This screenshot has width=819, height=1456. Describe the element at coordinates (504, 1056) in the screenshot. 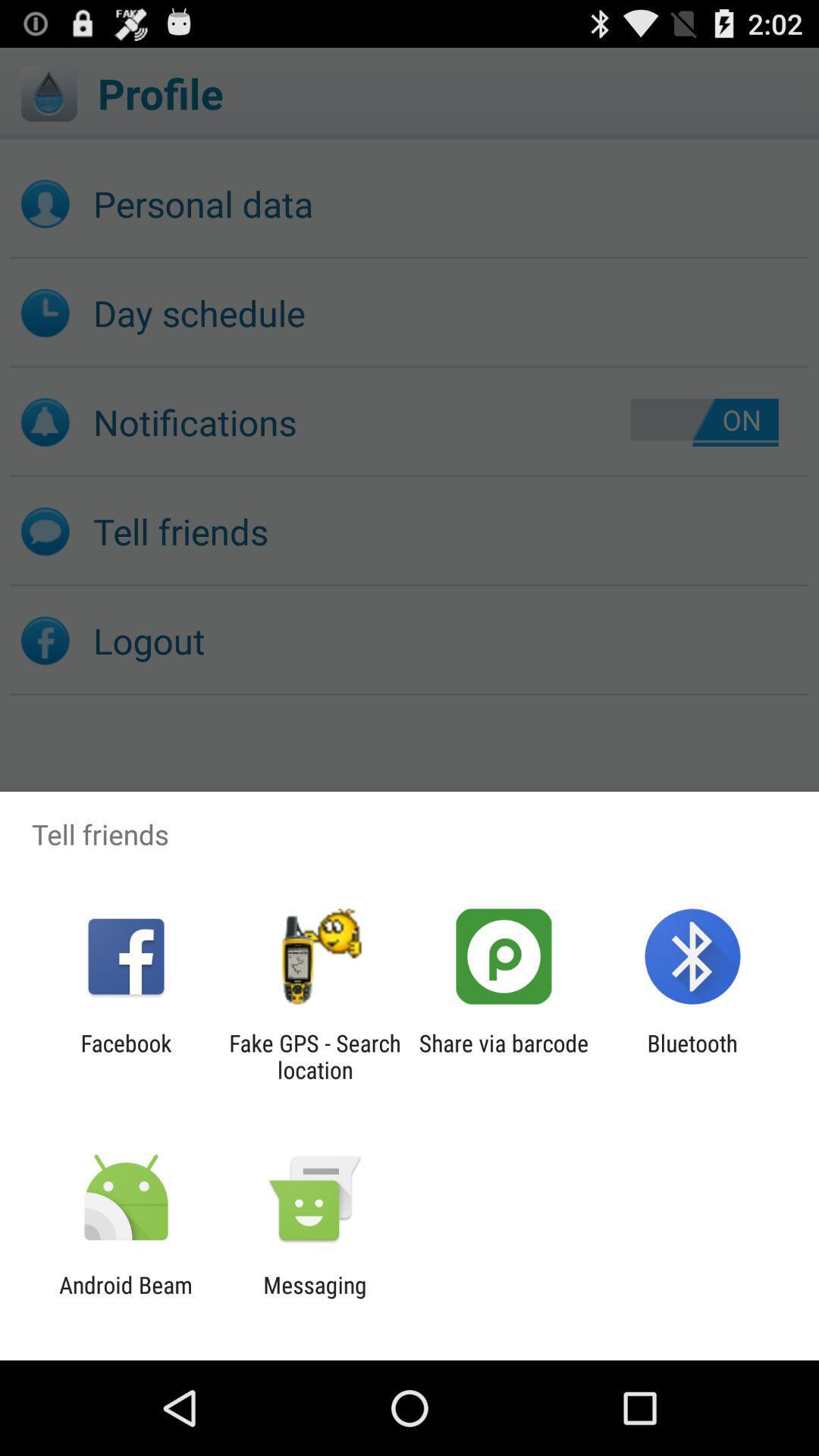

I see `the app to the left of the bluetooth app` at that location.